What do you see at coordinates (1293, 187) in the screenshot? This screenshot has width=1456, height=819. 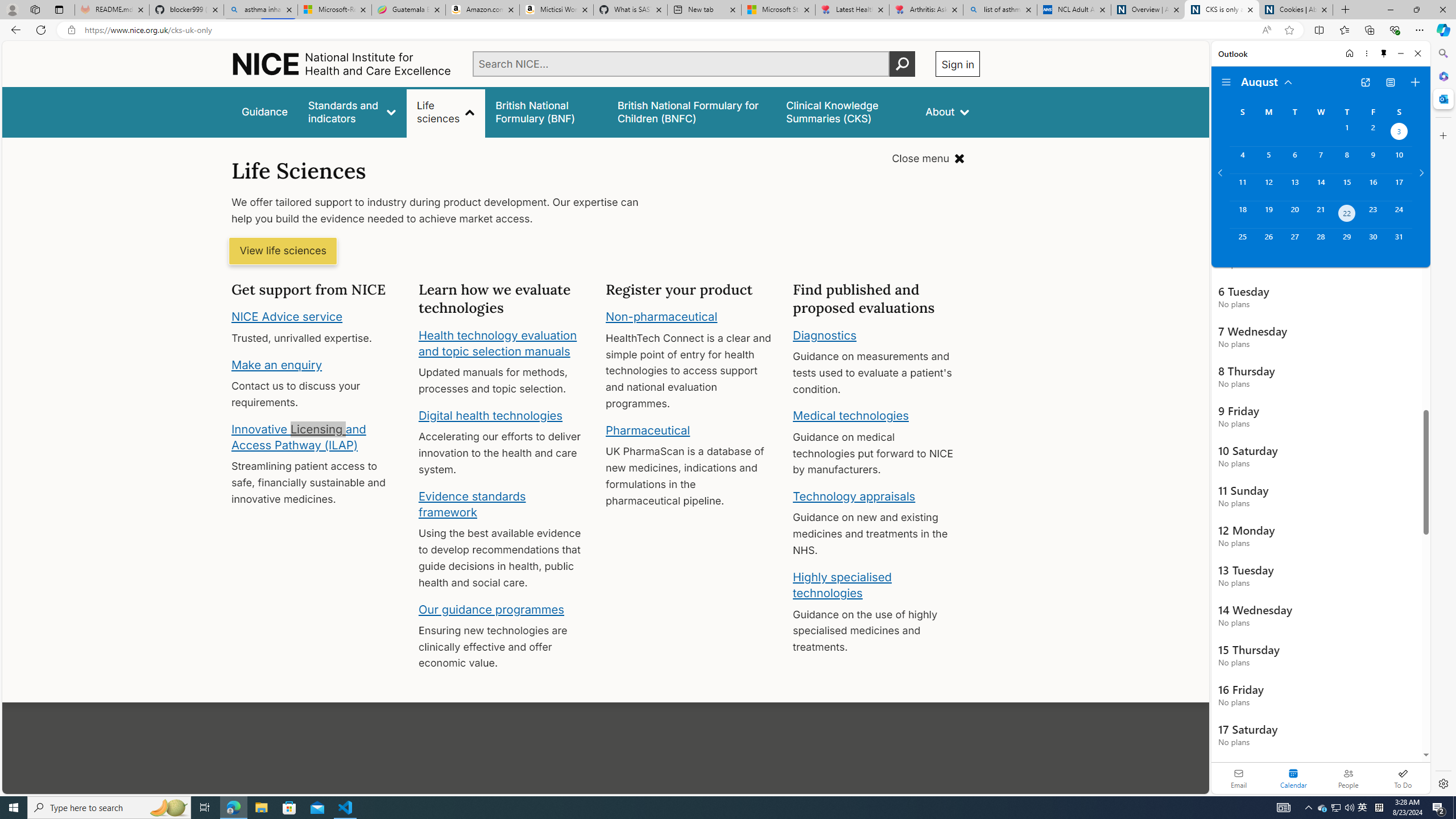 I see `'Tuesday, August 13, 2024. '` at bounding box center [1293, 187].